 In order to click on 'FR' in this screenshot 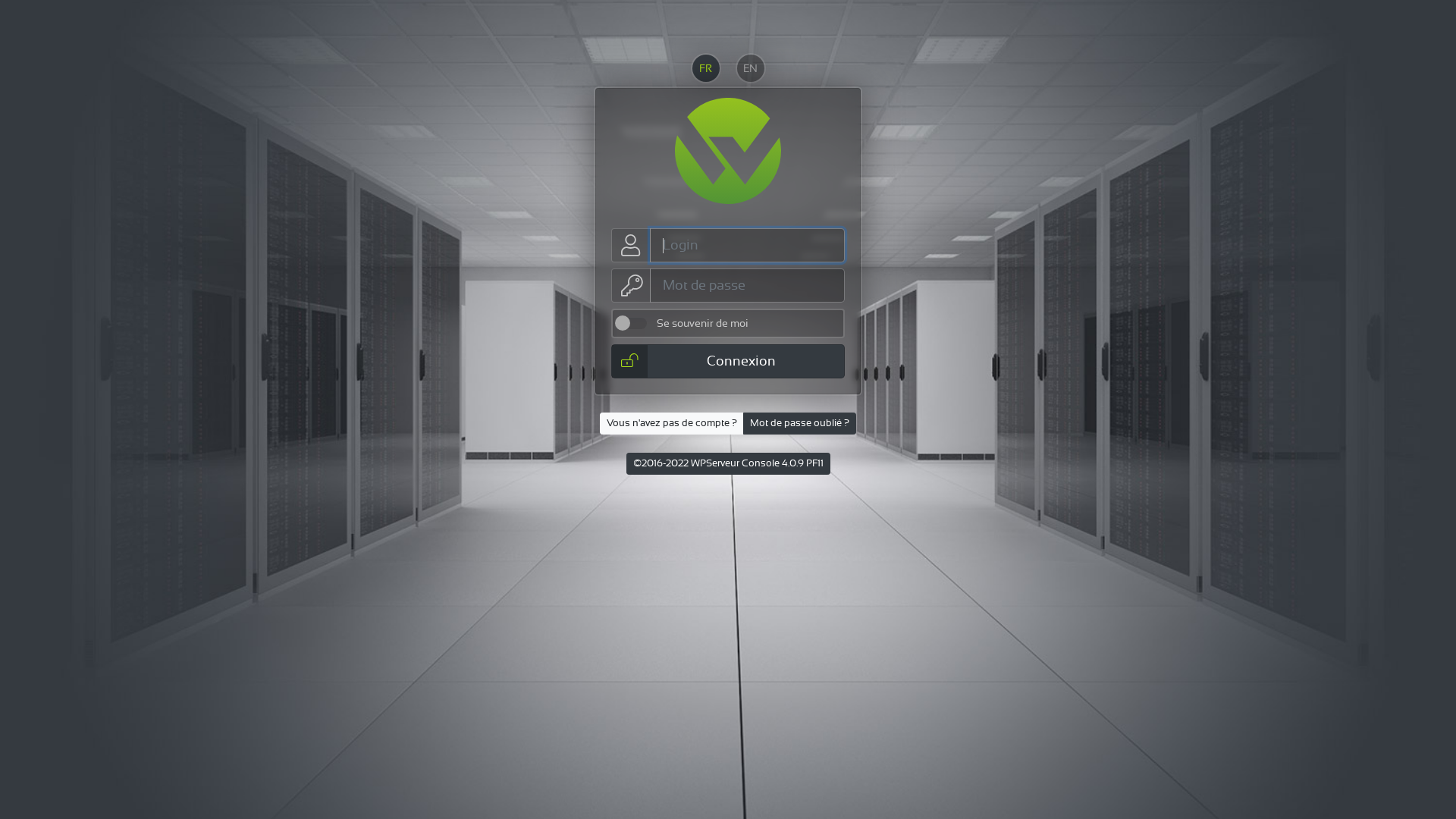, I will do `click(704, 67)`.